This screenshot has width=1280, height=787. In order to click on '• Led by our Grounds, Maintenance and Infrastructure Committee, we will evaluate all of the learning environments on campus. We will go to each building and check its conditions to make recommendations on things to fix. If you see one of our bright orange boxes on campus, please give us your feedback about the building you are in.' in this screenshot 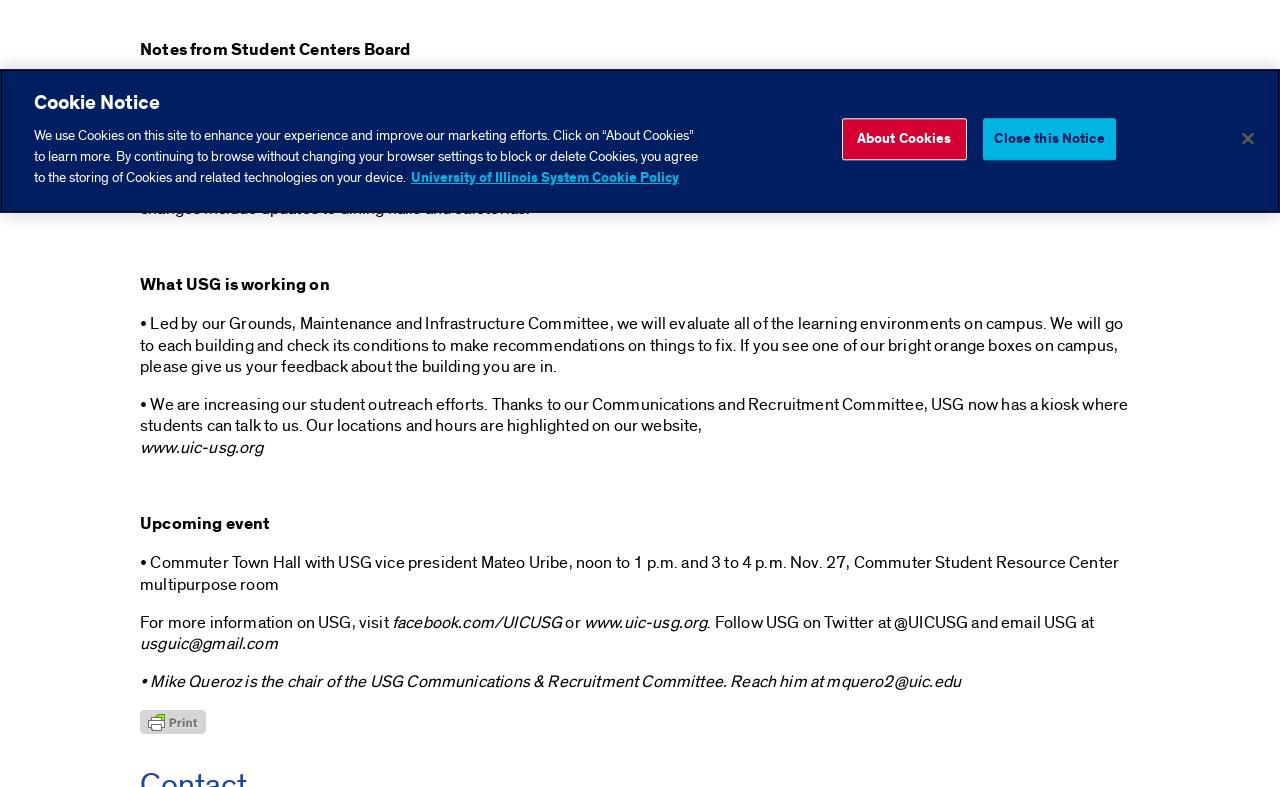, I will do `click(630, 343)`.